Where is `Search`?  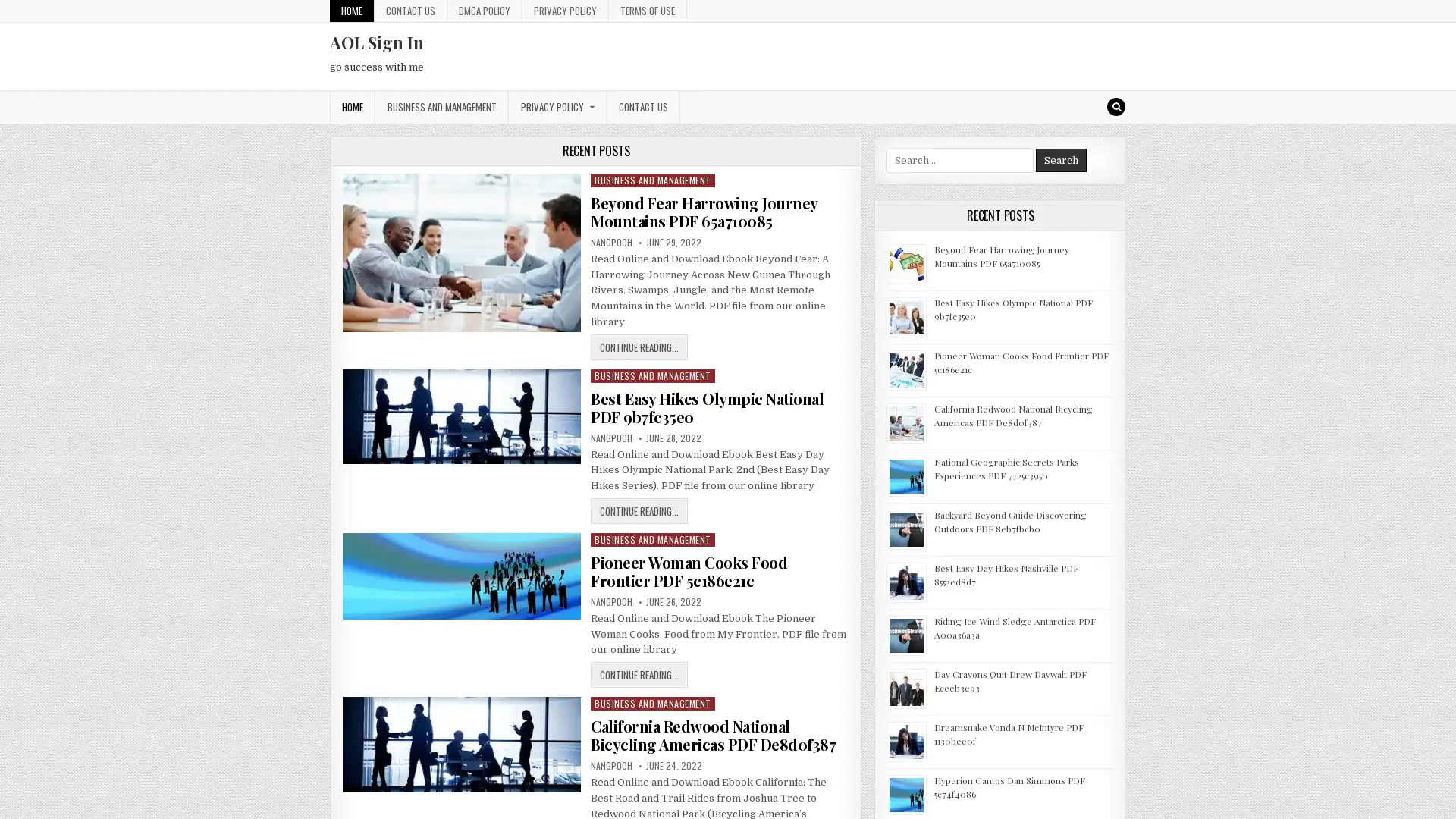 Search is located at coordinates (1060, 160).